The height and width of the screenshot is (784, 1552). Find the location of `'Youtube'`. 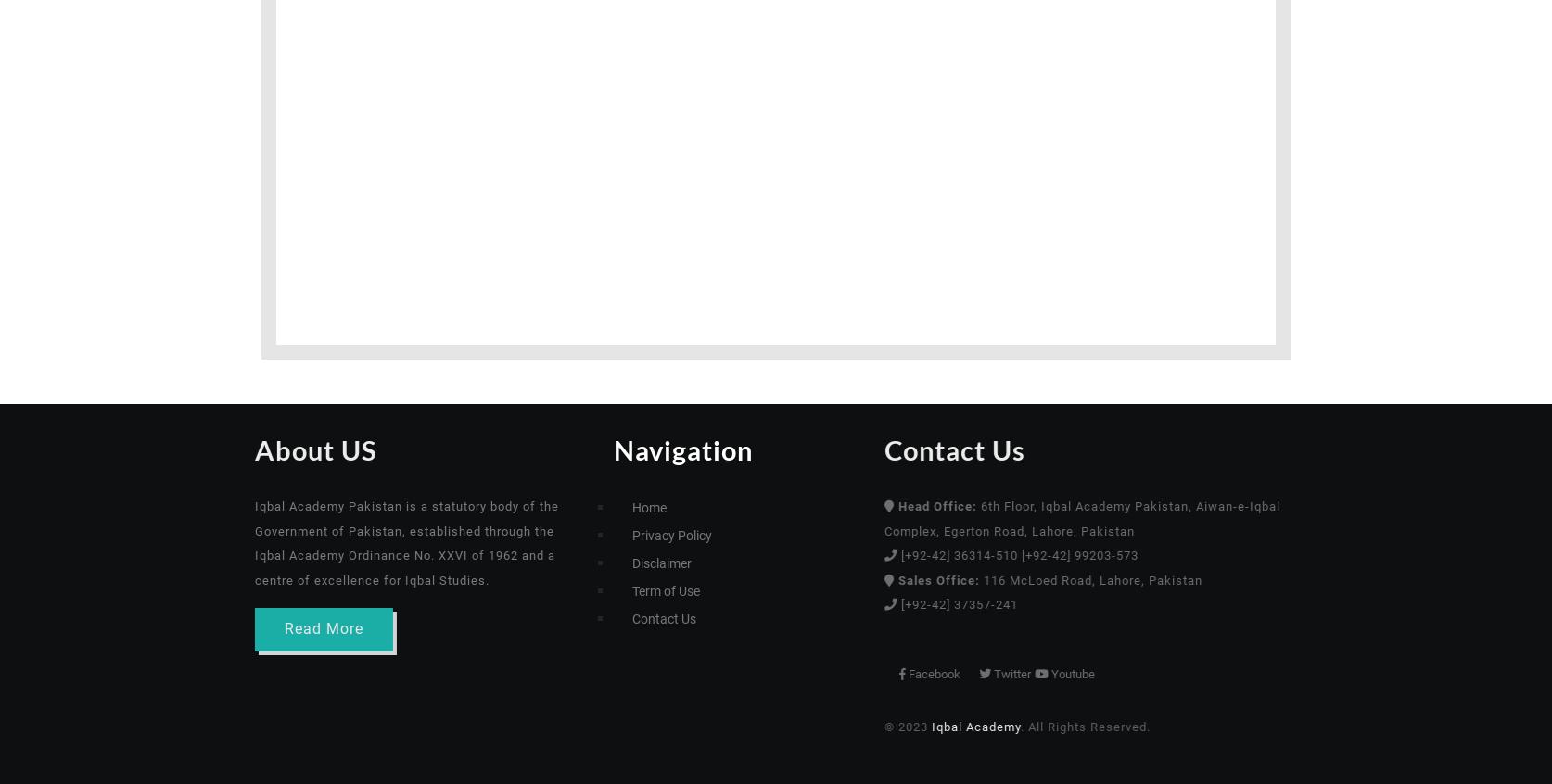

'Youtube' is located at coordinates (1155, 672).